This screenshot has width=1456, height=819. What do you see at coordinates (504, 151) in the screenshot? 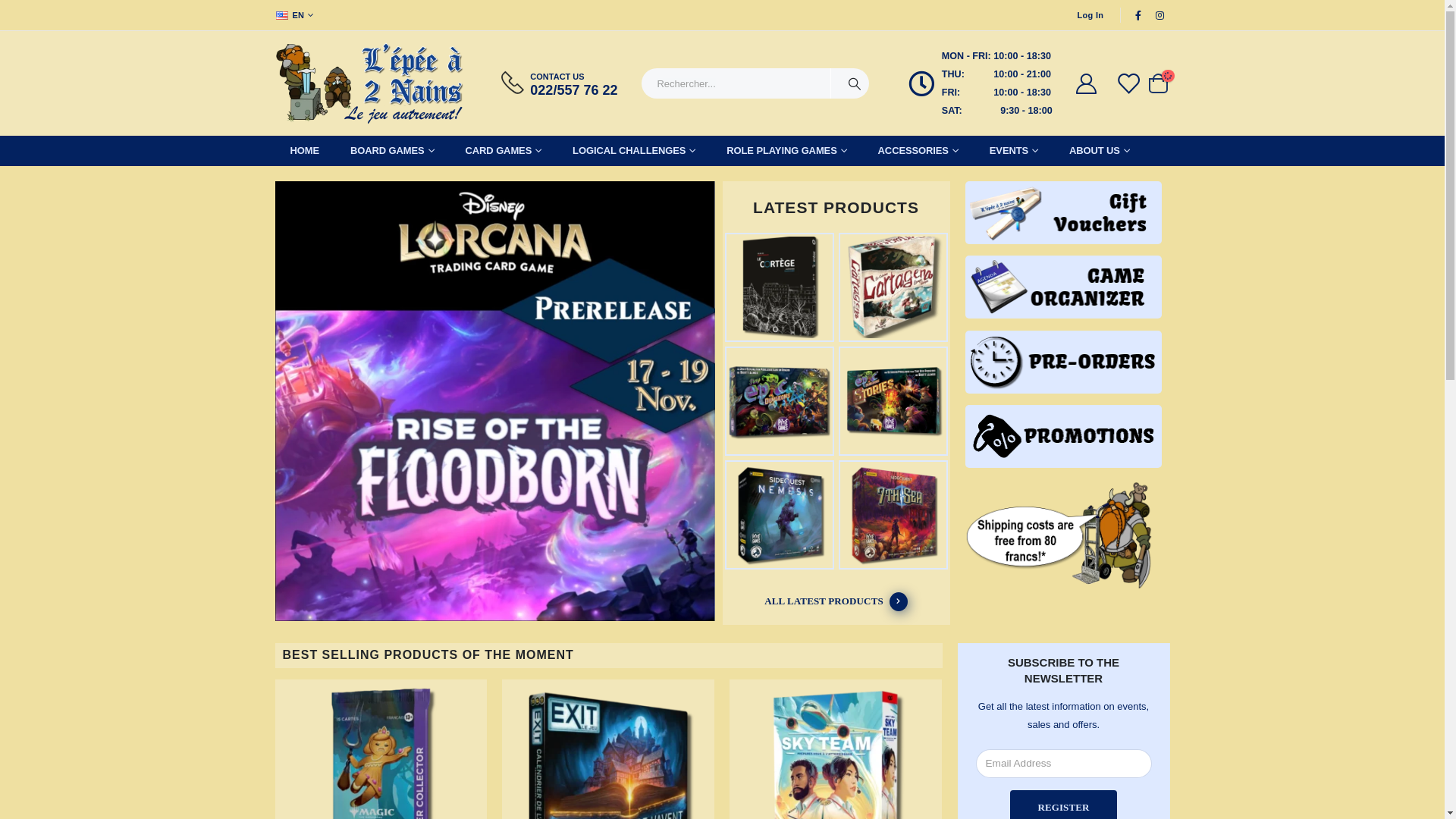
I see `'CARD GAMES'` at bounding box center [504, 151].